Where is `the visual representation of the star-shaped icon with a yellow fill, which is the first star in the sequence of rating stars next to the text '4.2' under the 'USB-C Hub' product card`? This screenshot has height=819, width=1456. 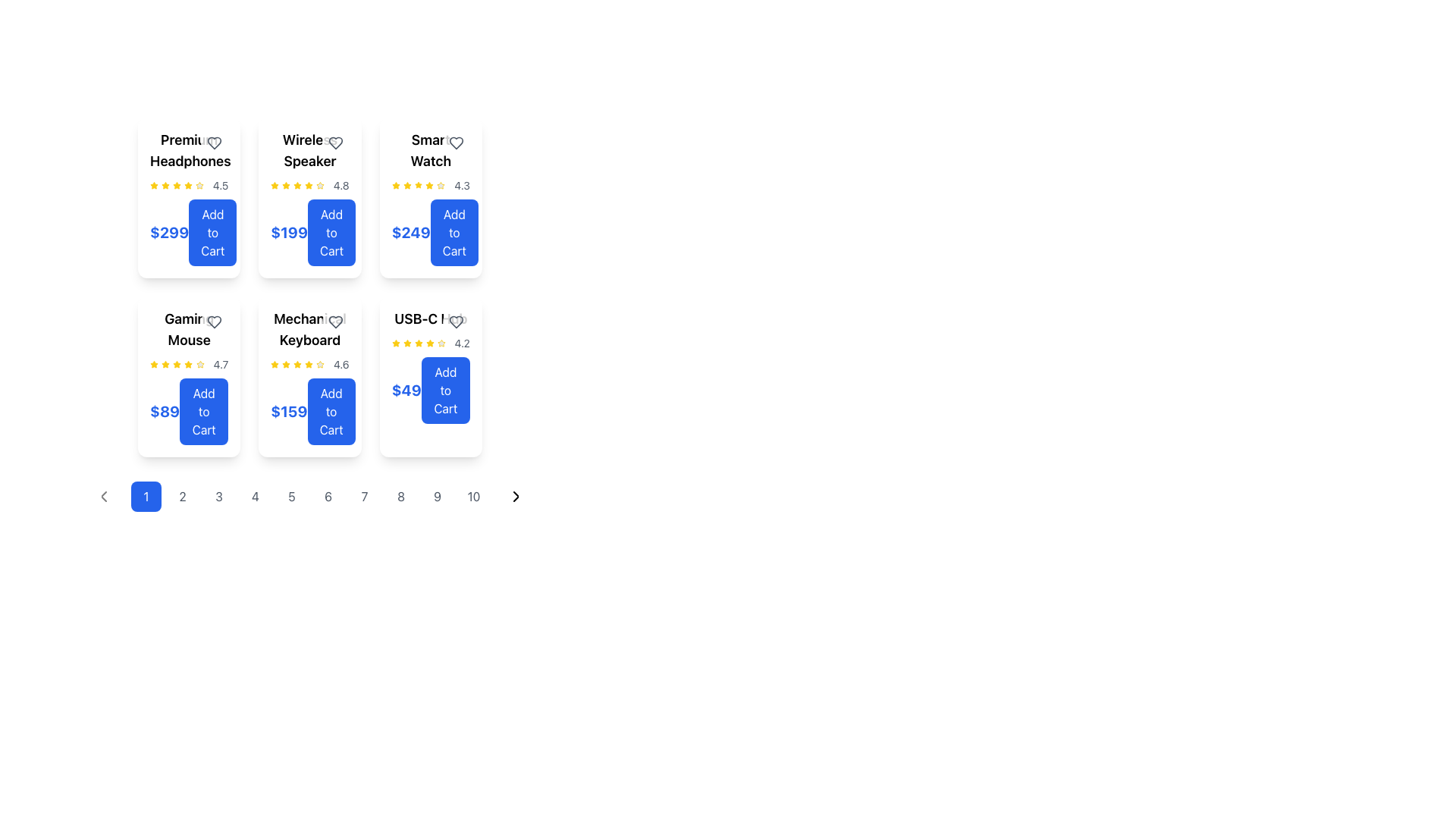 the visual representation of the star-shaped icon with a yellow fill, which is the first star in the sequence of rating stars next to the text '4.2' under the 'USB-C Hub' product card is located at coordinates (396, 343).